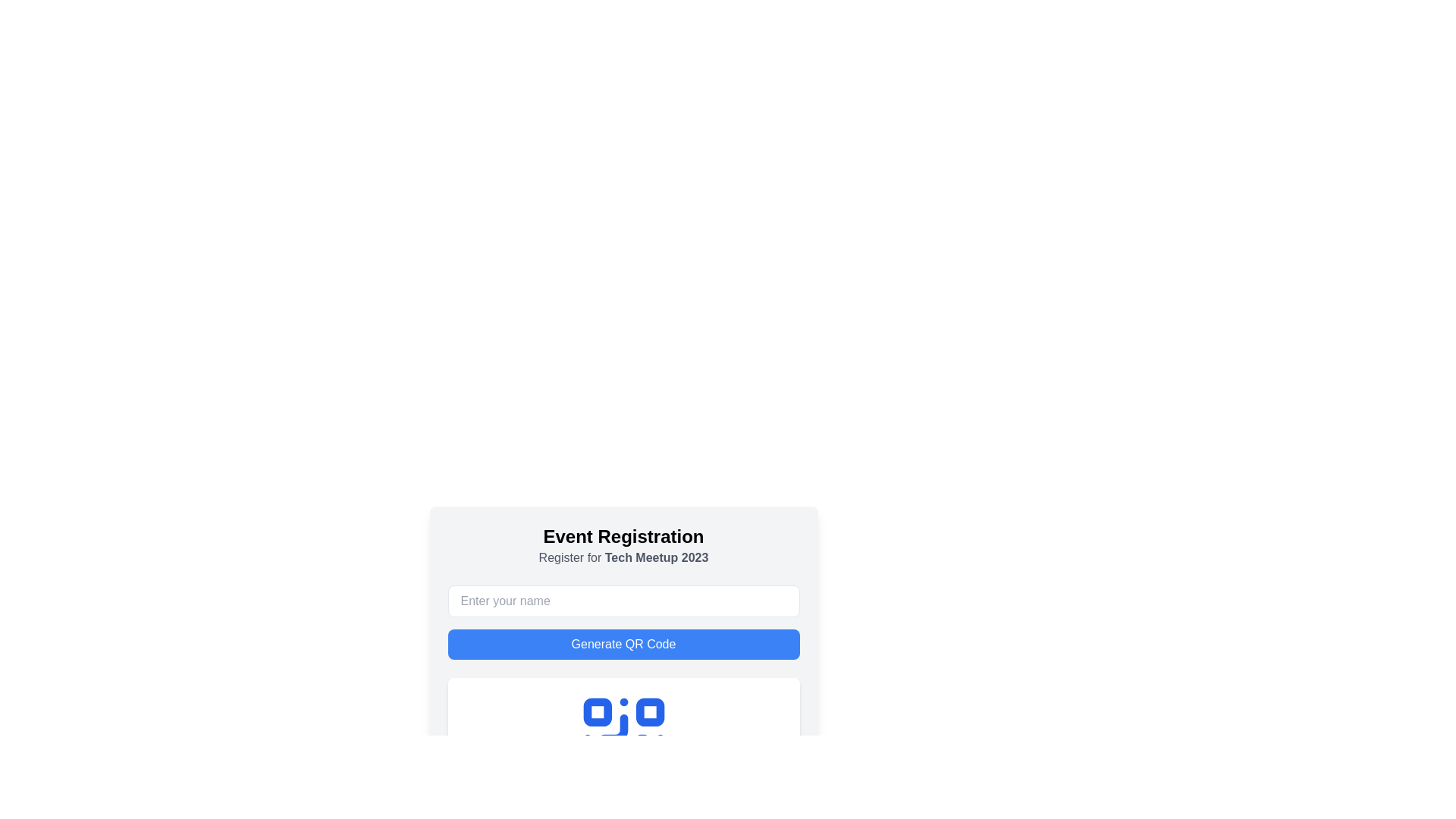 Image resolution: width=1456 pixels, height=819 pixels. What do you see at coordinates (596, 712) in the screenshot?
I see `the top-left small blue square decorative graphic element within the QR code` at bounding box center [596, 712].